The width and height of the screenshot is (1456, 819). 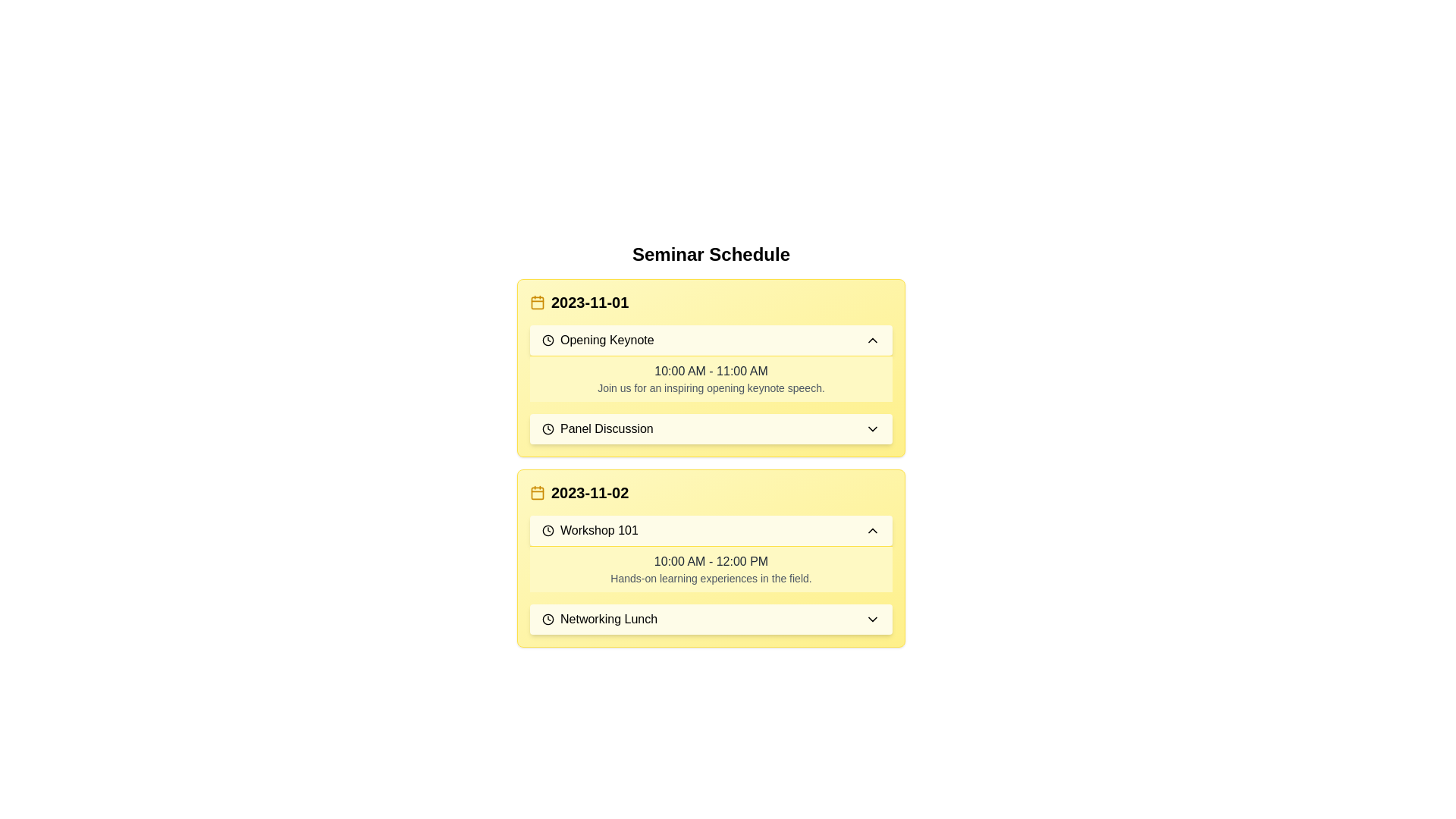 I want to click on the time-related icon located to the left of the 'Workshop 101' text in the '2023-11-02' block, so click(x=548, y=529).